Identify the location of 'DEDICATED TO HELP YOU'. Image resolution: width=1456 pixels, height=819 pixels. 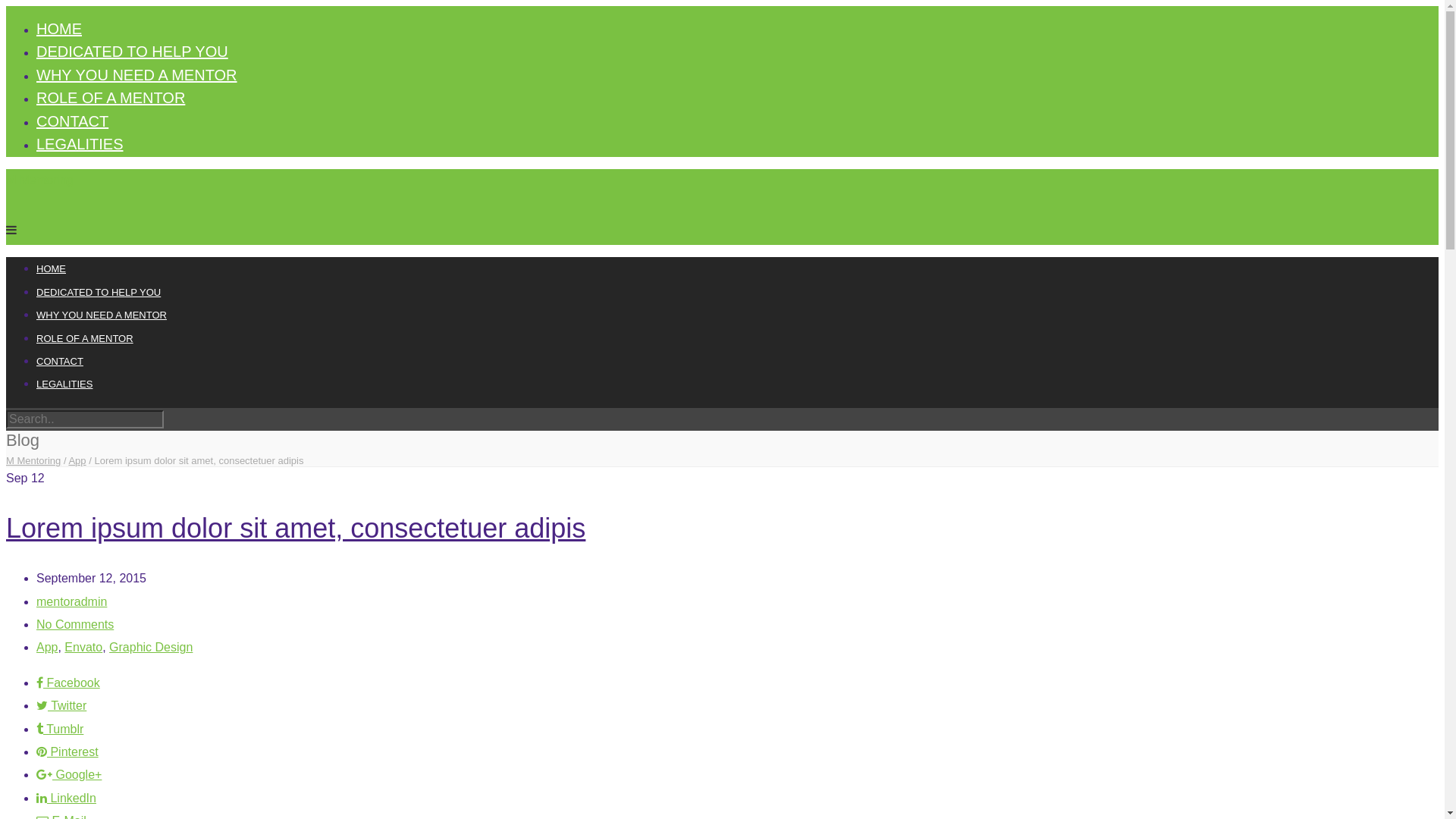
(36, 51).